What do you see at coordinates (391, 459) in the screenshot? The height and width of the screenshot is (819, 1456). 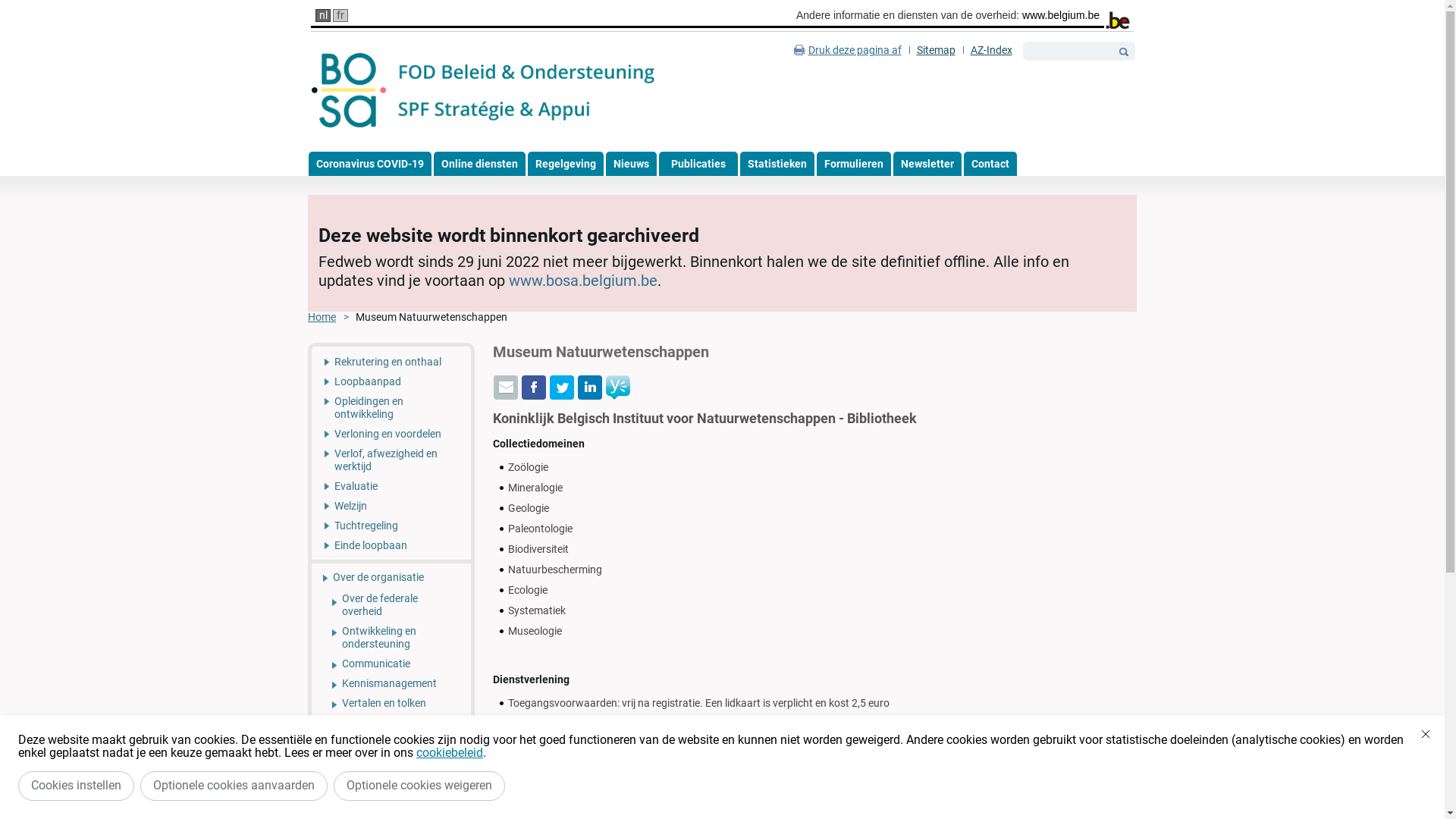 I see `'Verlof, afwezigheid en werktijd'` at bounding box center [391, 459].